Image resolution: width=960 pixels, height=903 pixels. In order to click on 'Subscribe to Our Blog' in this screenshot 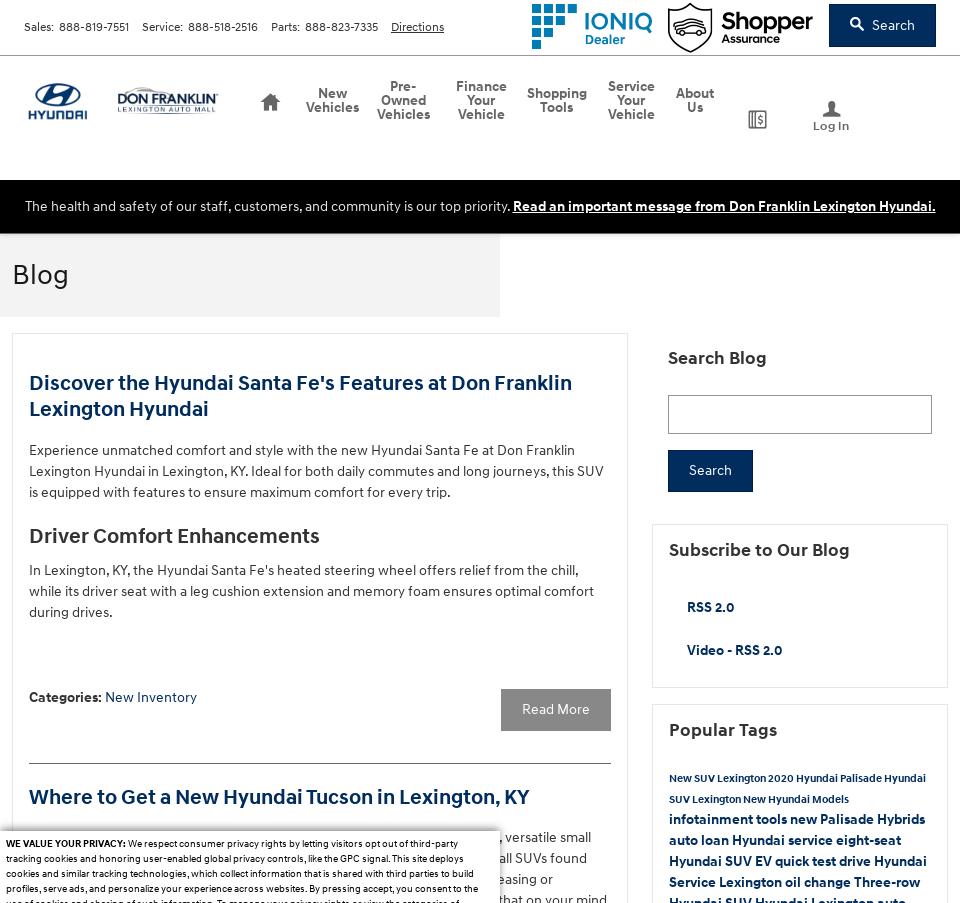, I will do `click(758, 549)`.